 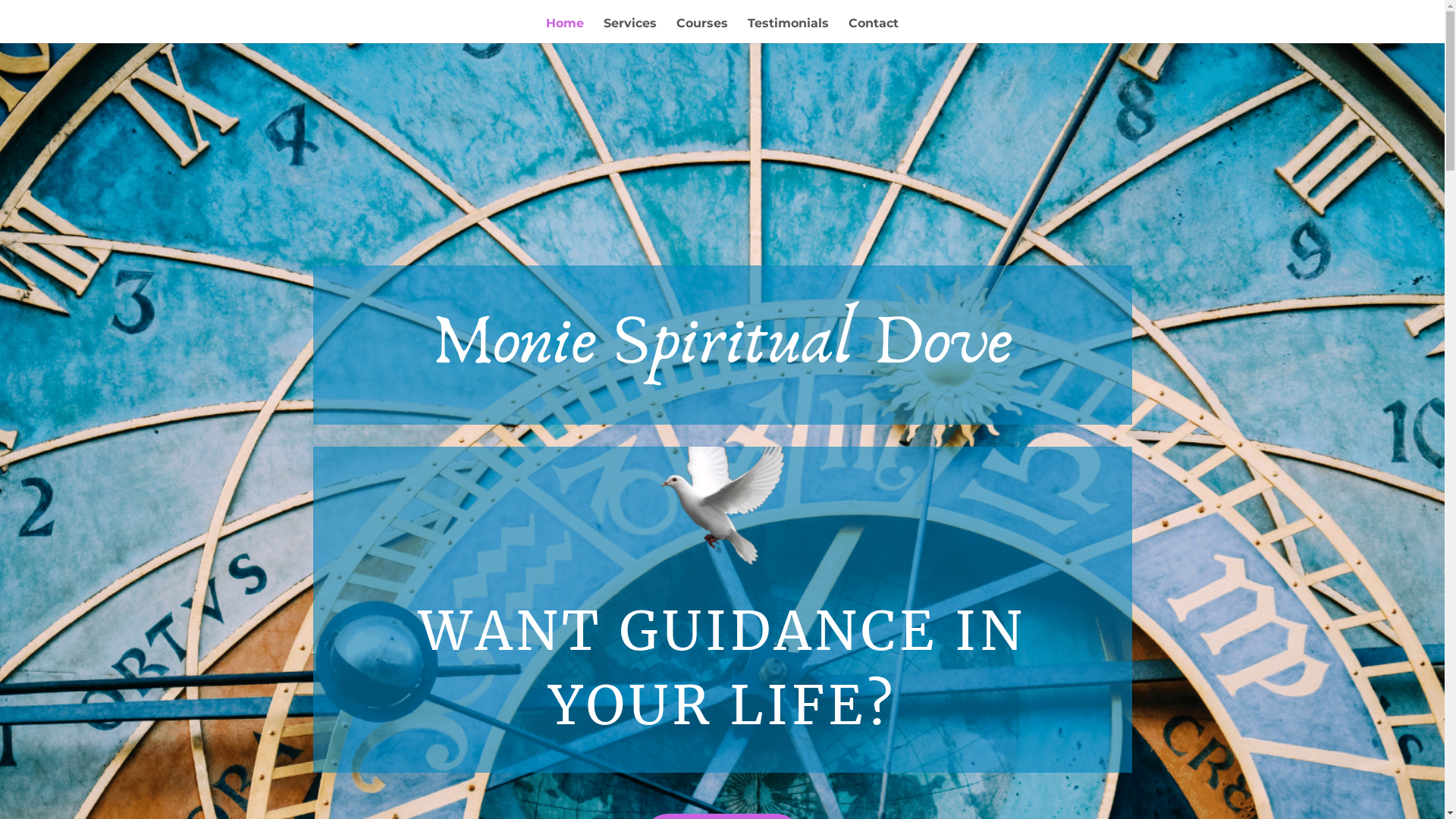 I want to click on 'Contact', so click(x=874, y=30).